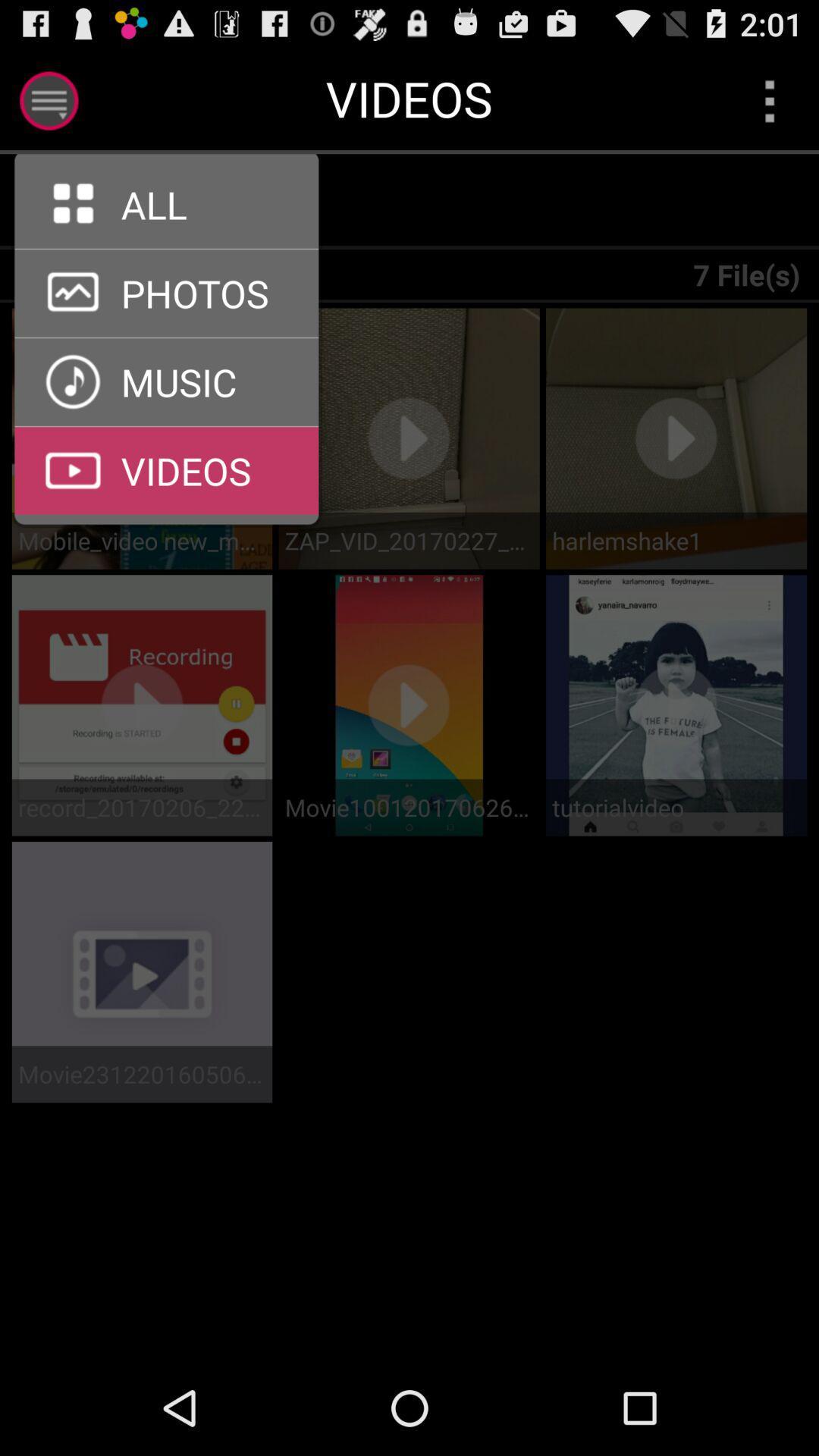 The width and height of the screenshot is (819, 1456). Describe the element at coordinates (408, 541) in the screenshot. I see `the zap_vid_20170227_214607 item` at that location.